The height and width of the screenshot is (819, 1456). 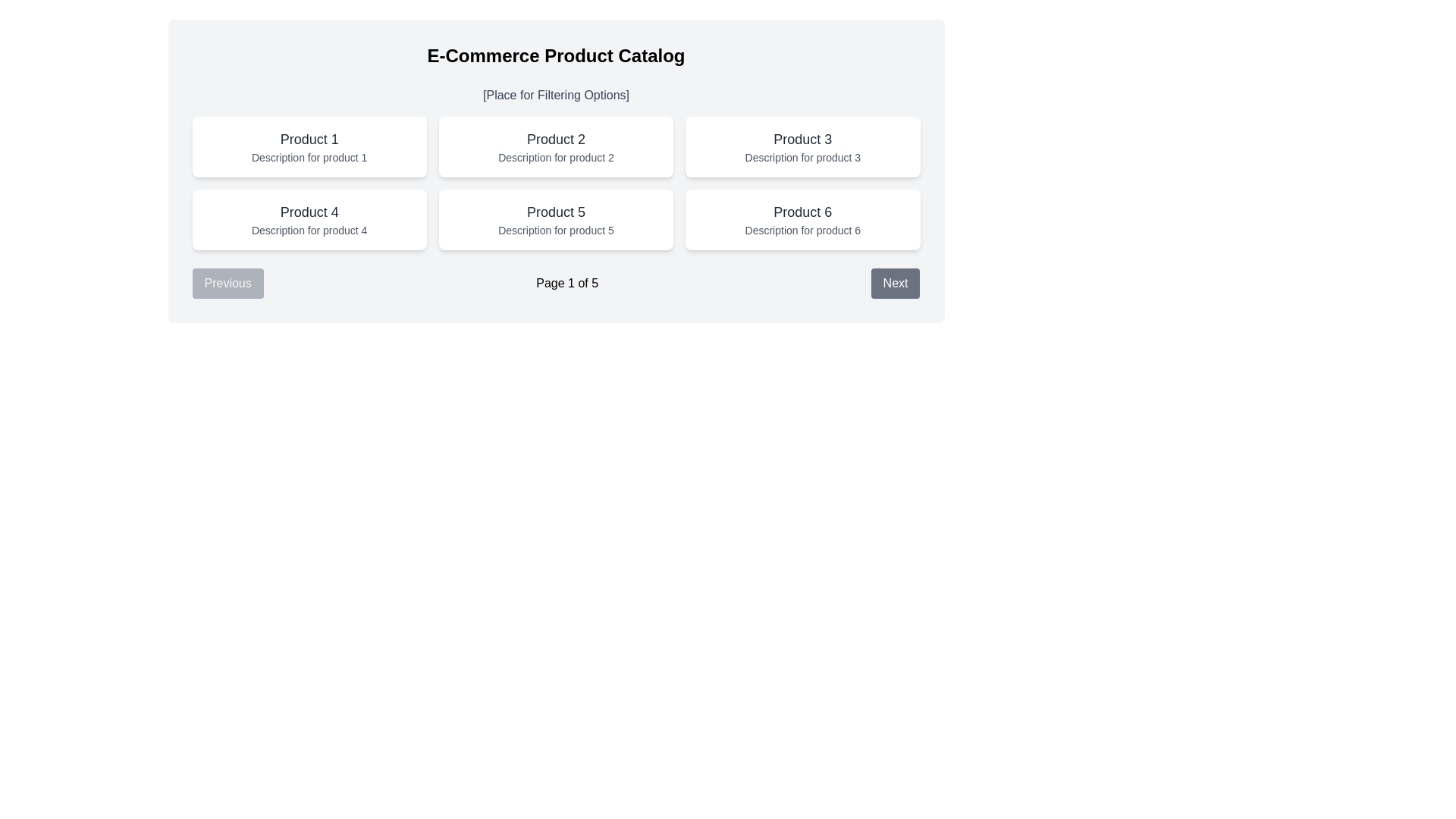 I want to click on the product display card for 'Product 6', located in the bottom-right corner of the grid layout, so click(x=802, y=219).